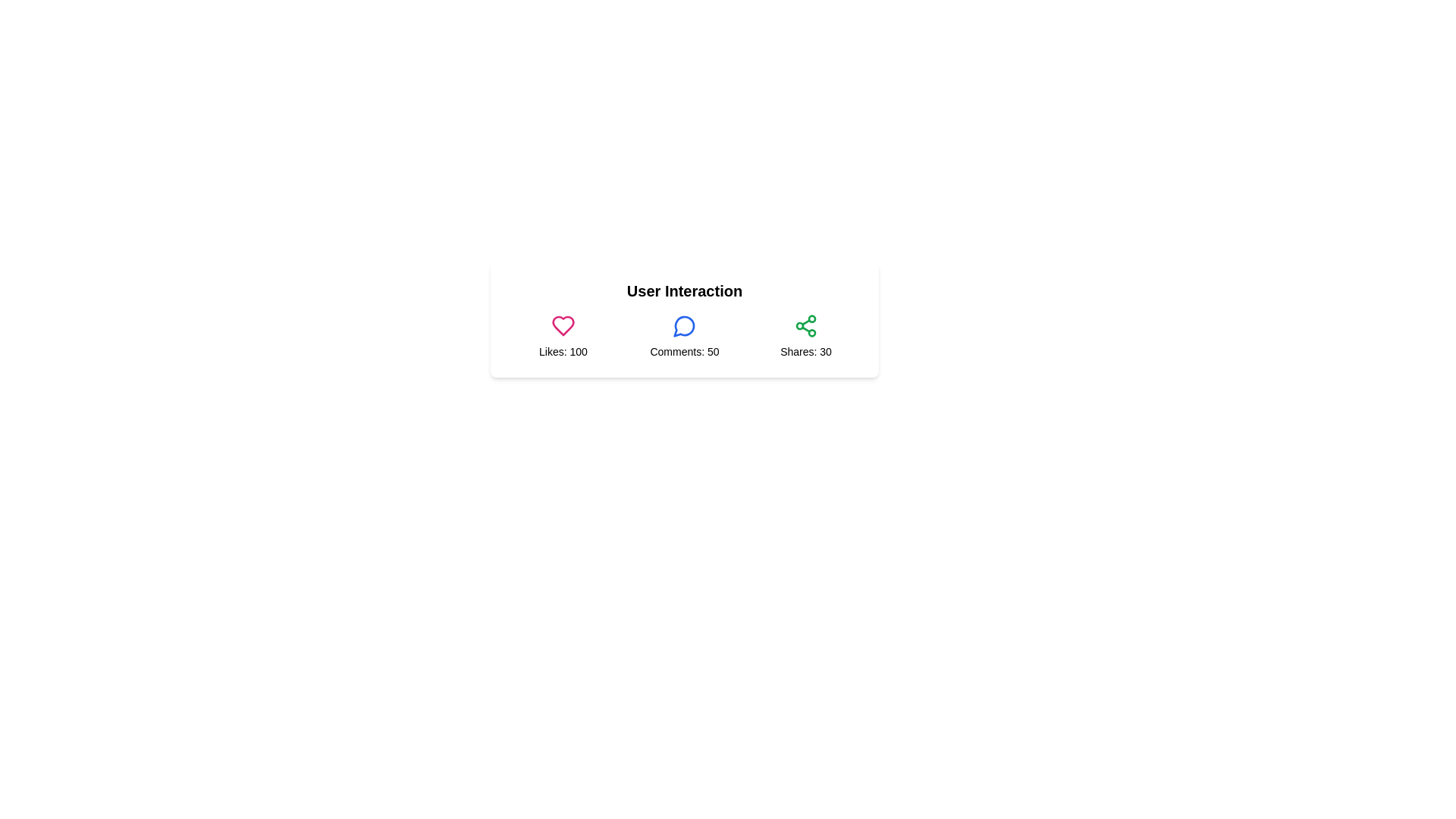 The image size is (1456, 819). What do you see at coordinates (563, 325) in the screenshot?
I see `the 'Likes' icon, which is the first icon in a row of three interaction icons, labeled with 'Likes: 100' beneath it` at bounding box center [563, 325].